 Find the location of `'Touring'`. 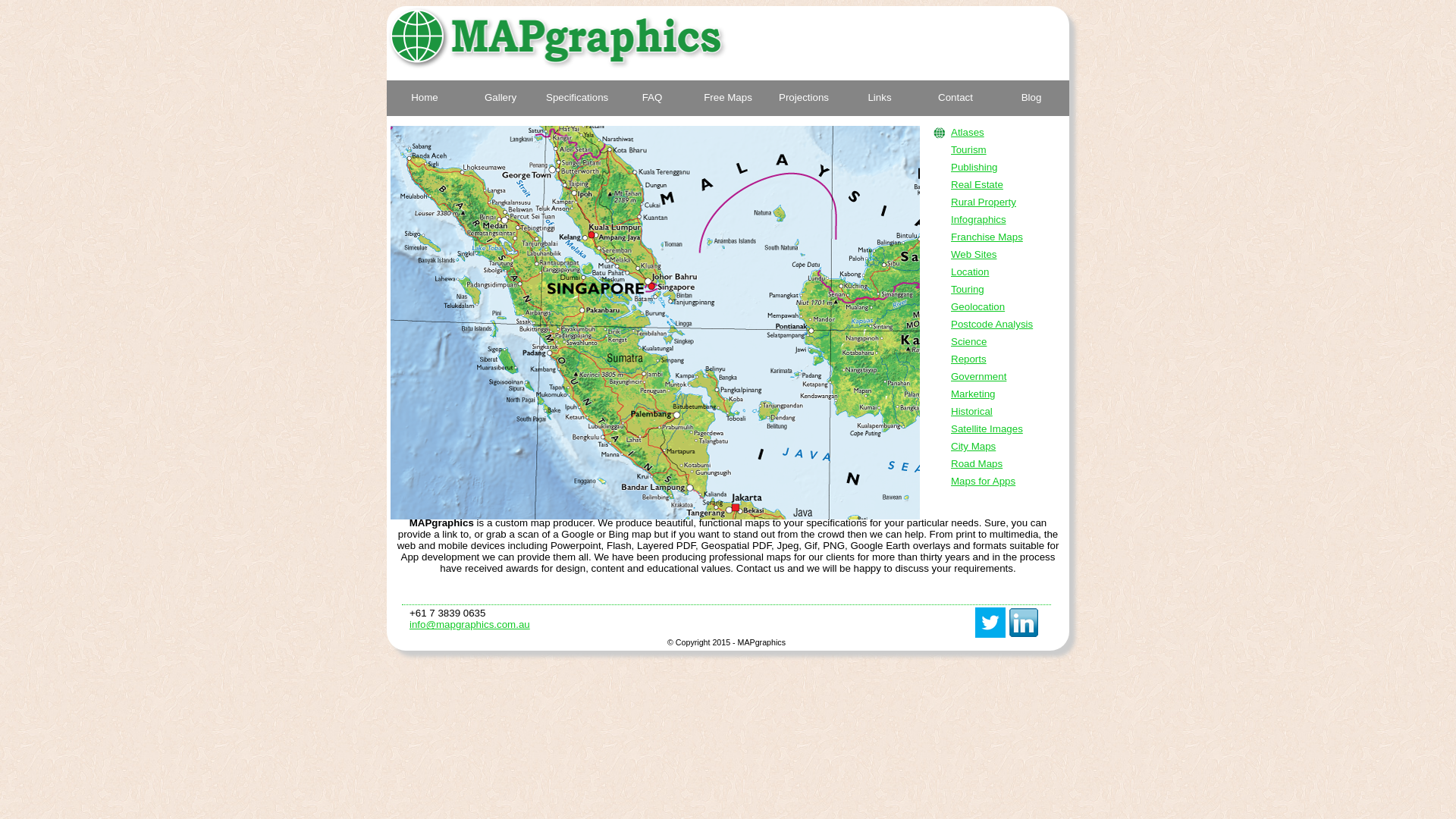

'Touring' is located at coordinates (967, 289).